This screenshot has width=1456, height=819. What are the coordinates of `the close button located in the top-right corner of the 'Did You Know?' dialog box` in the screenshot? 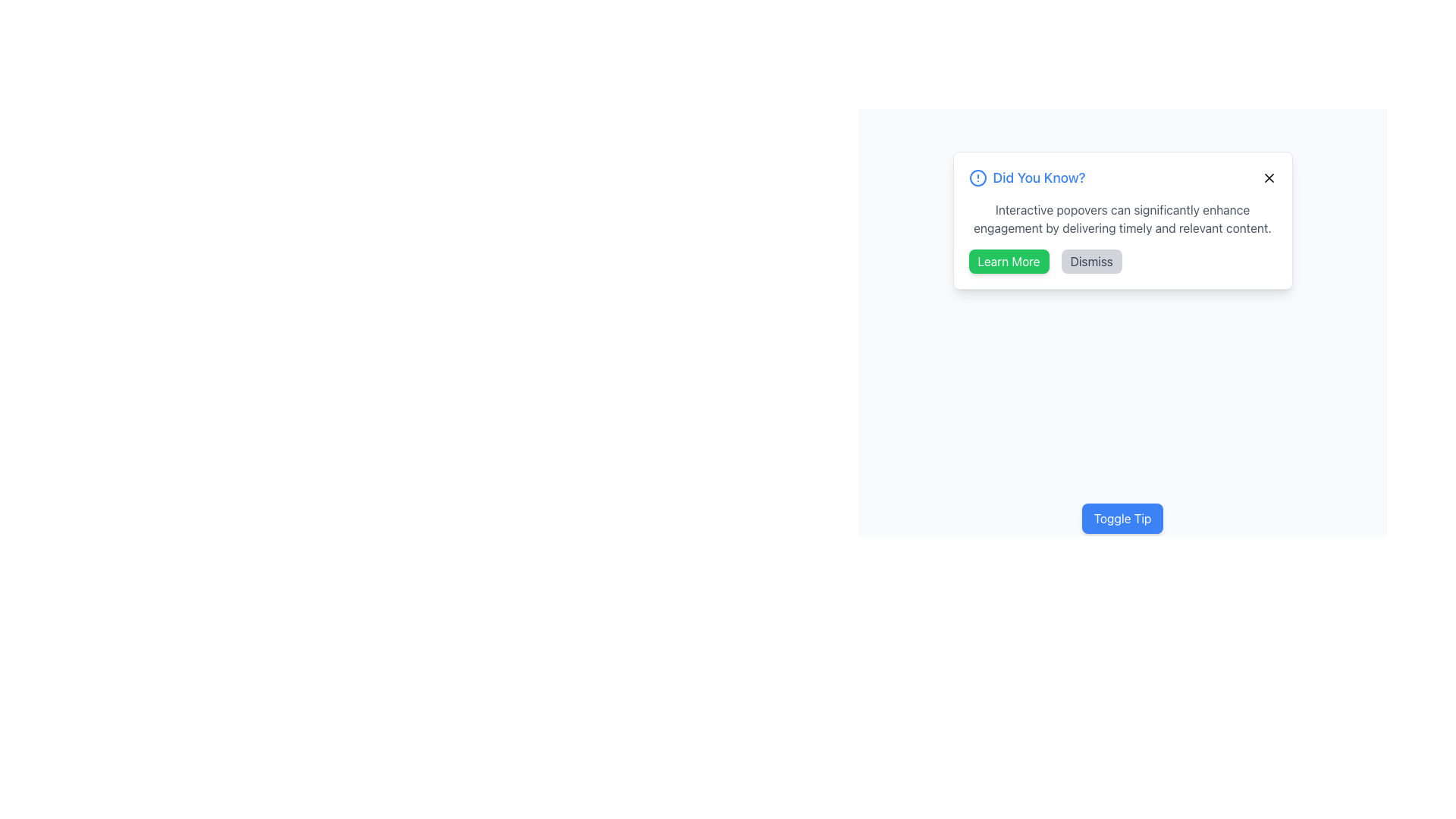 It's located at (1269, 177).